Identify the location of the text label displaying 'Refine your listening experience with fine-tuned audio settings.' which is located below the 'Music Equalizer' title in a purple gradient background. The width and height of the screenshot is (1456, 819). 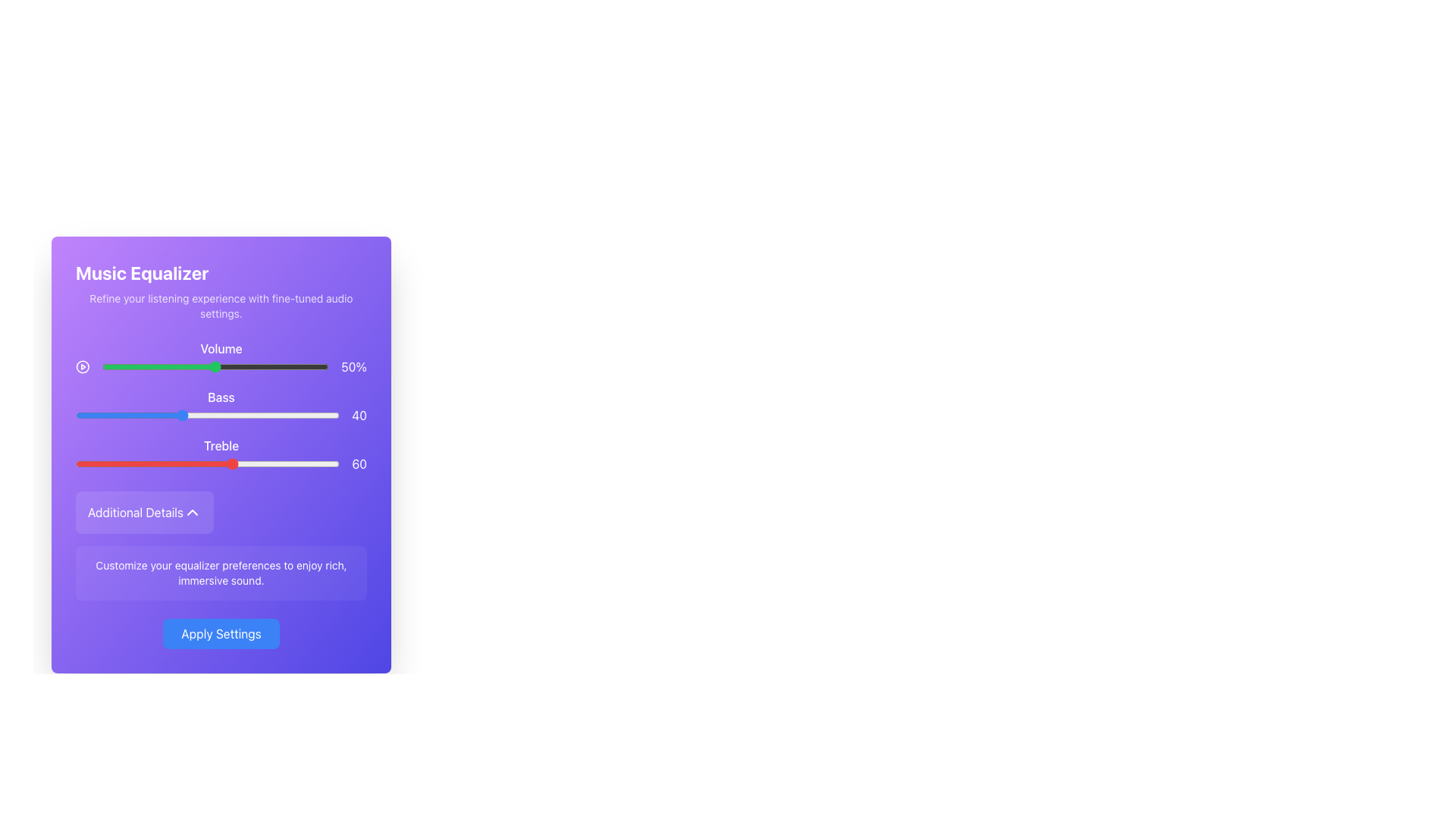
(221, 306).